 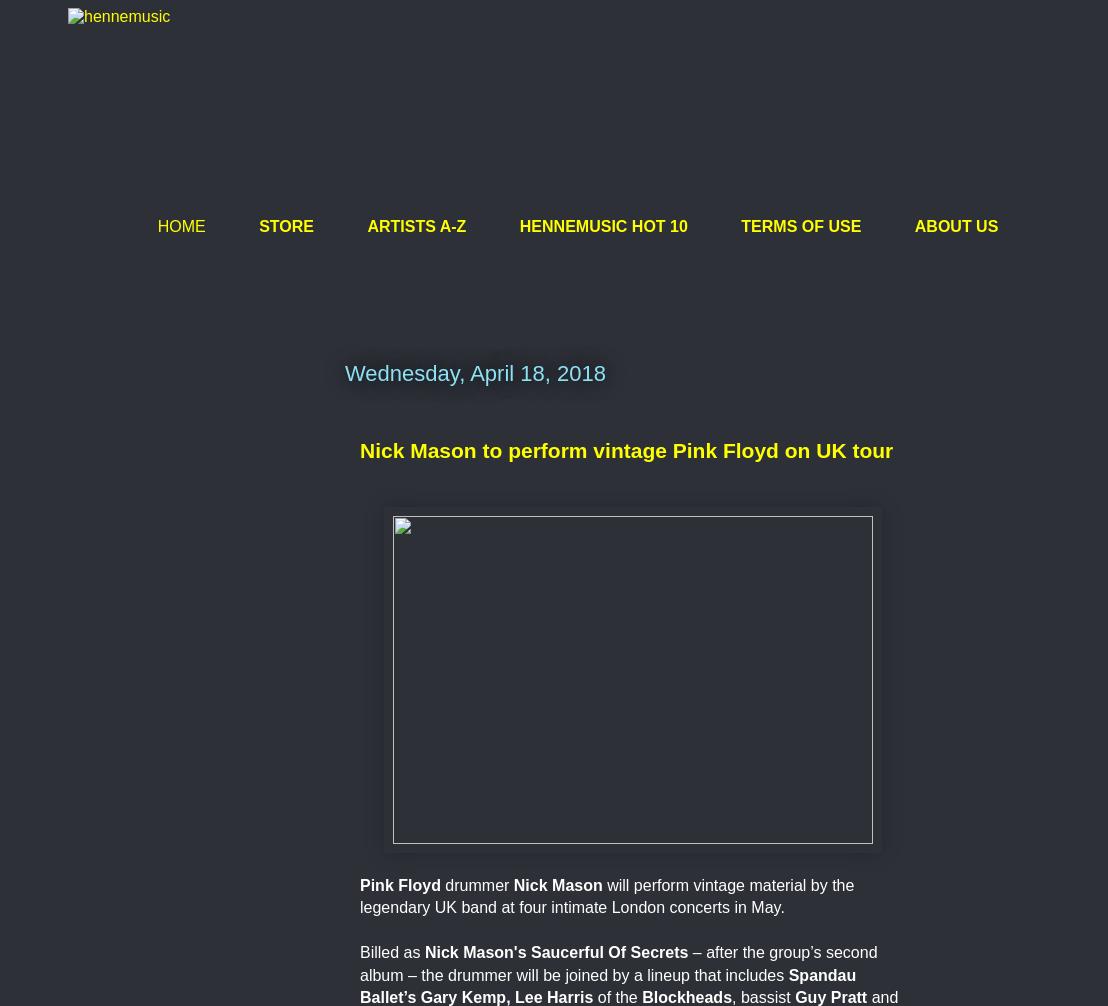 What do you see at coordinates (416, 225) in the screenshot?
I see `'ARTISTS A-Z'` at bounding box center [416, 225].